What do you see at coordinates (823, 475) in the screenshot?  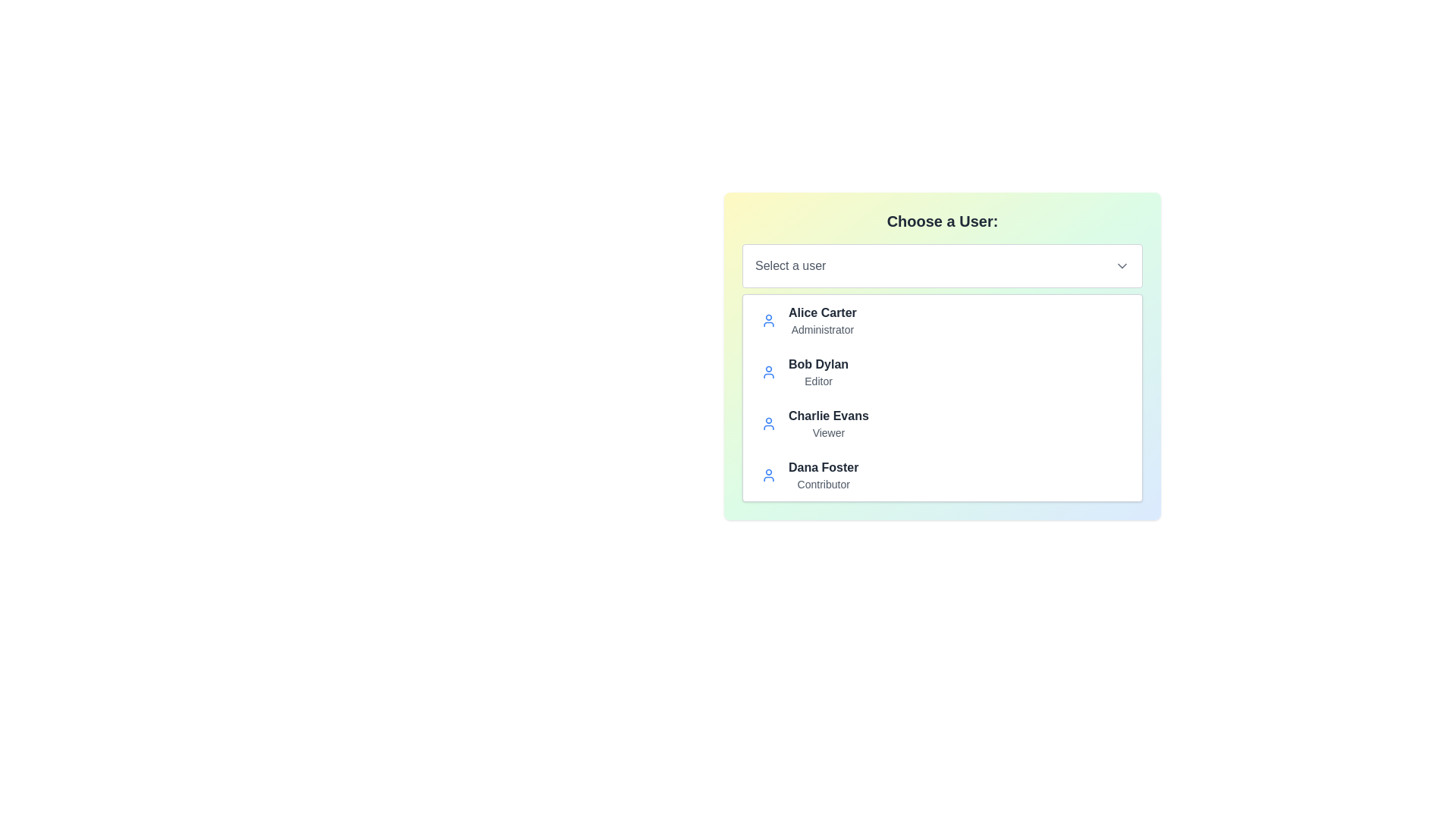 I see `the 'Dana Foster' and 'Contributor' text label pair` at bounding box center [823, 475].